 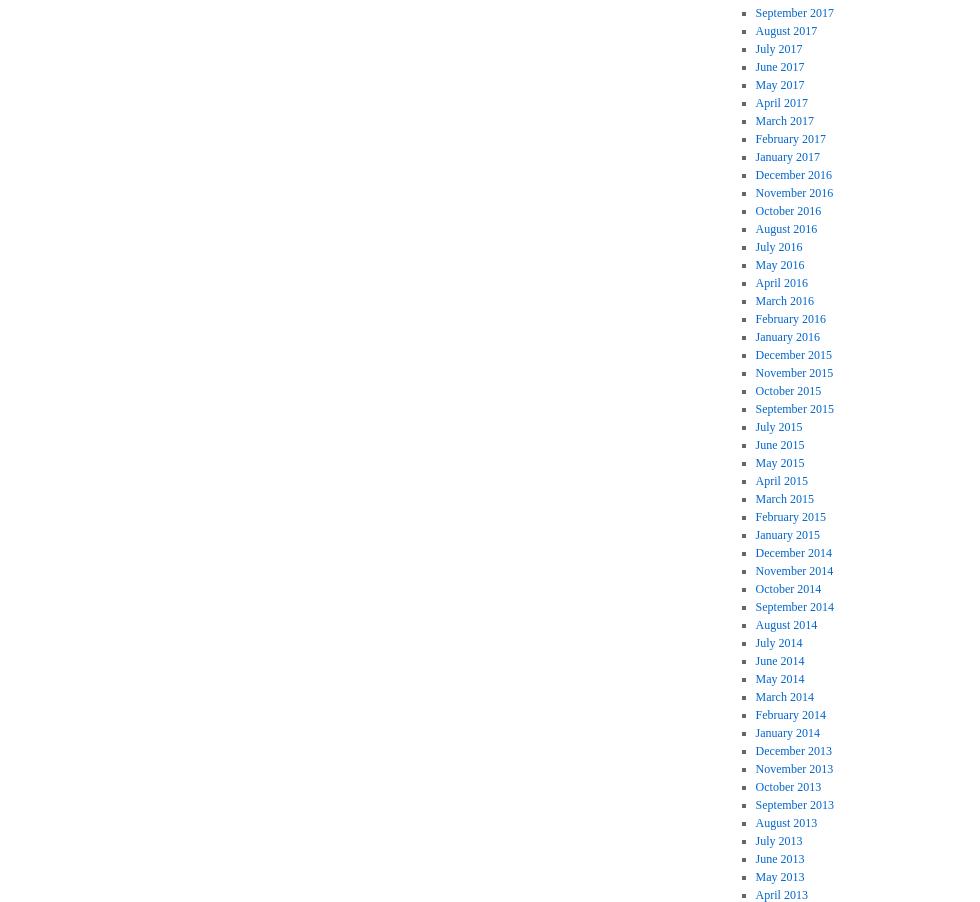 What do you see at coordinates (793, 407) in the screenshot?
I see `'September 2015'` at bounding box center [793, 407].